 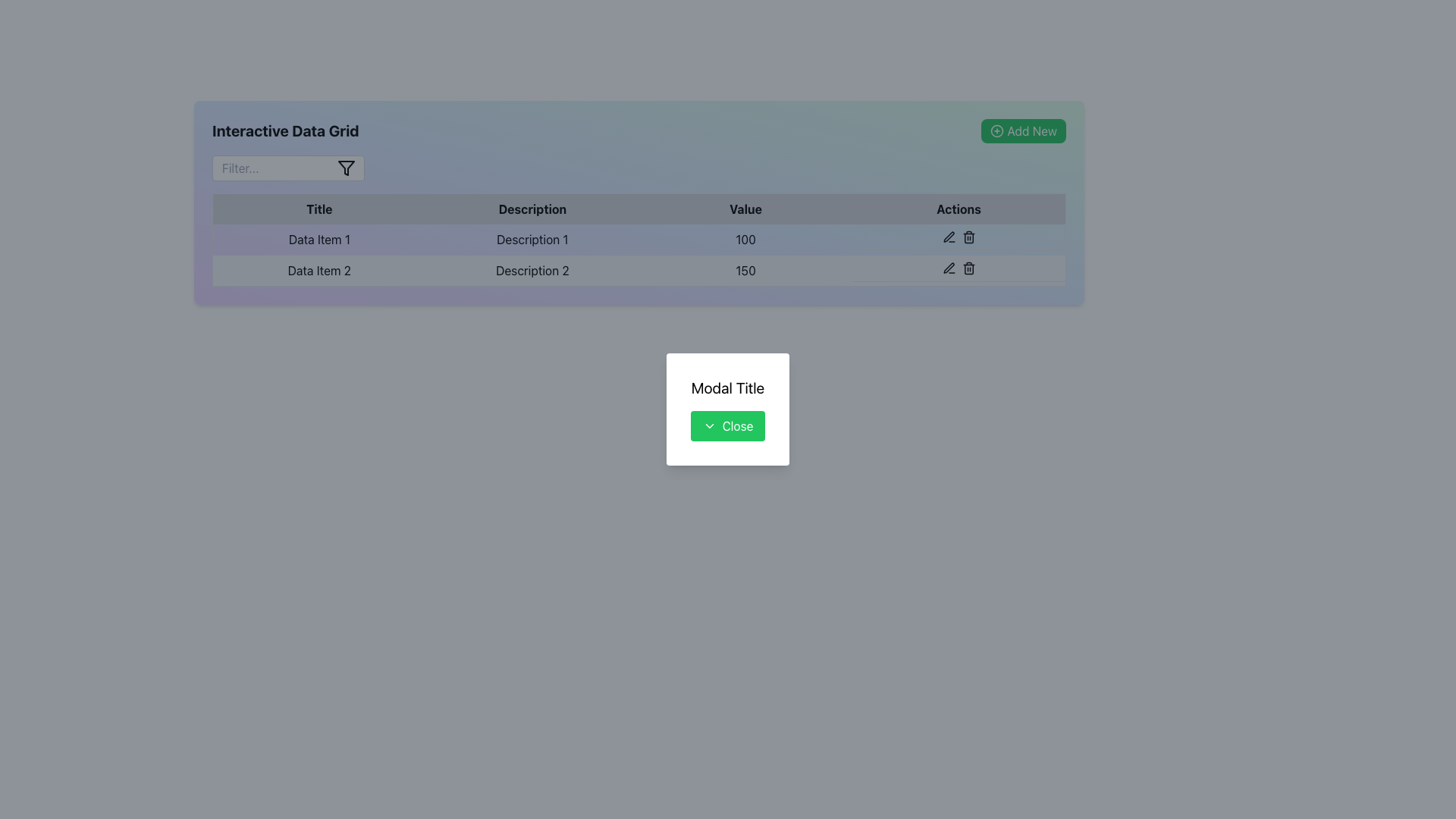 What do you see at coordinates (948, 267) in the screenshot?
I see `the edit button in the second column of the 'Actions' section of the table` at bounding box center [948, 267].